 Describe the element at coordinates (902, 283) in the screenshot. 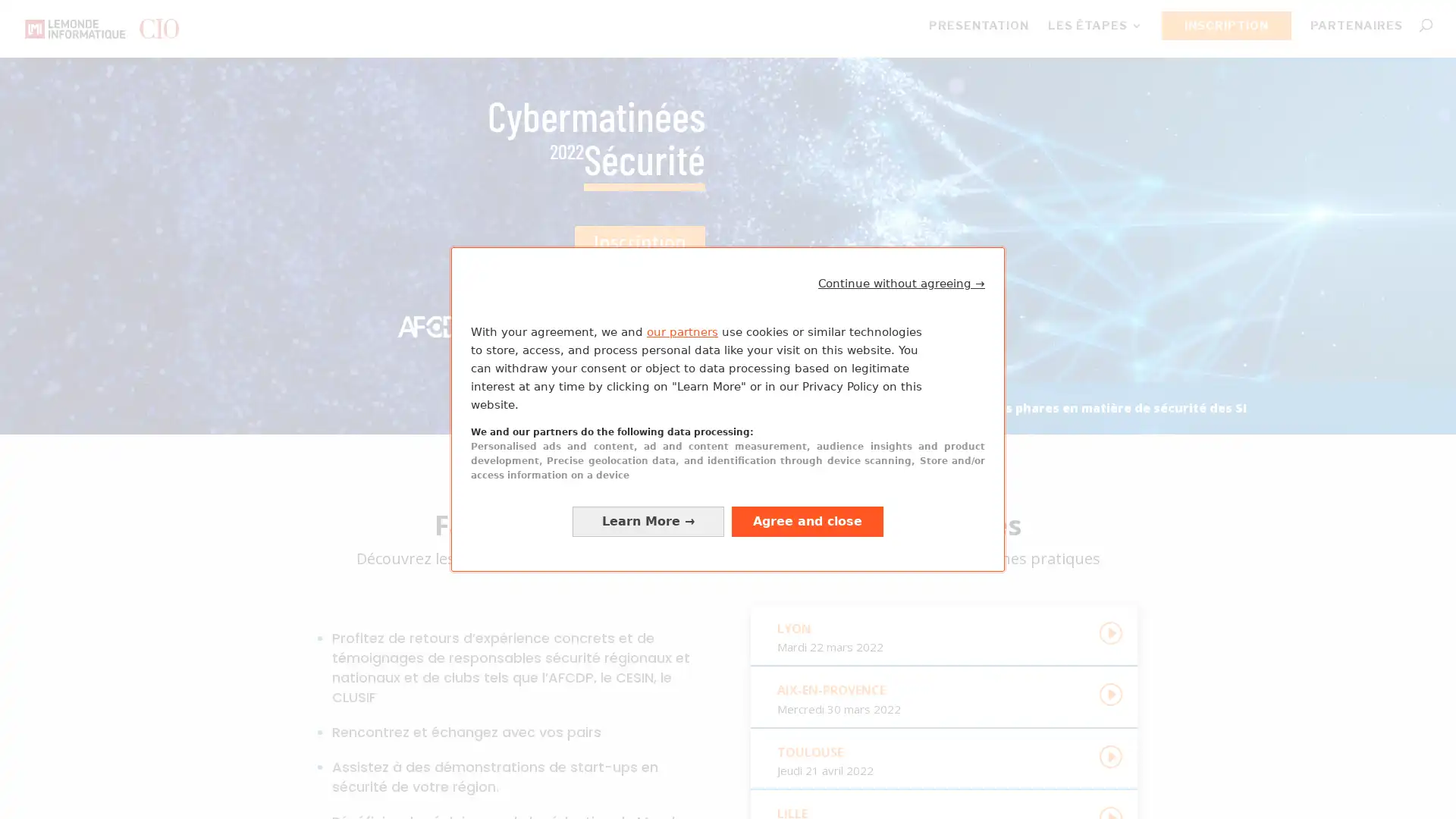

I see `Continue without agreeing` at that location.